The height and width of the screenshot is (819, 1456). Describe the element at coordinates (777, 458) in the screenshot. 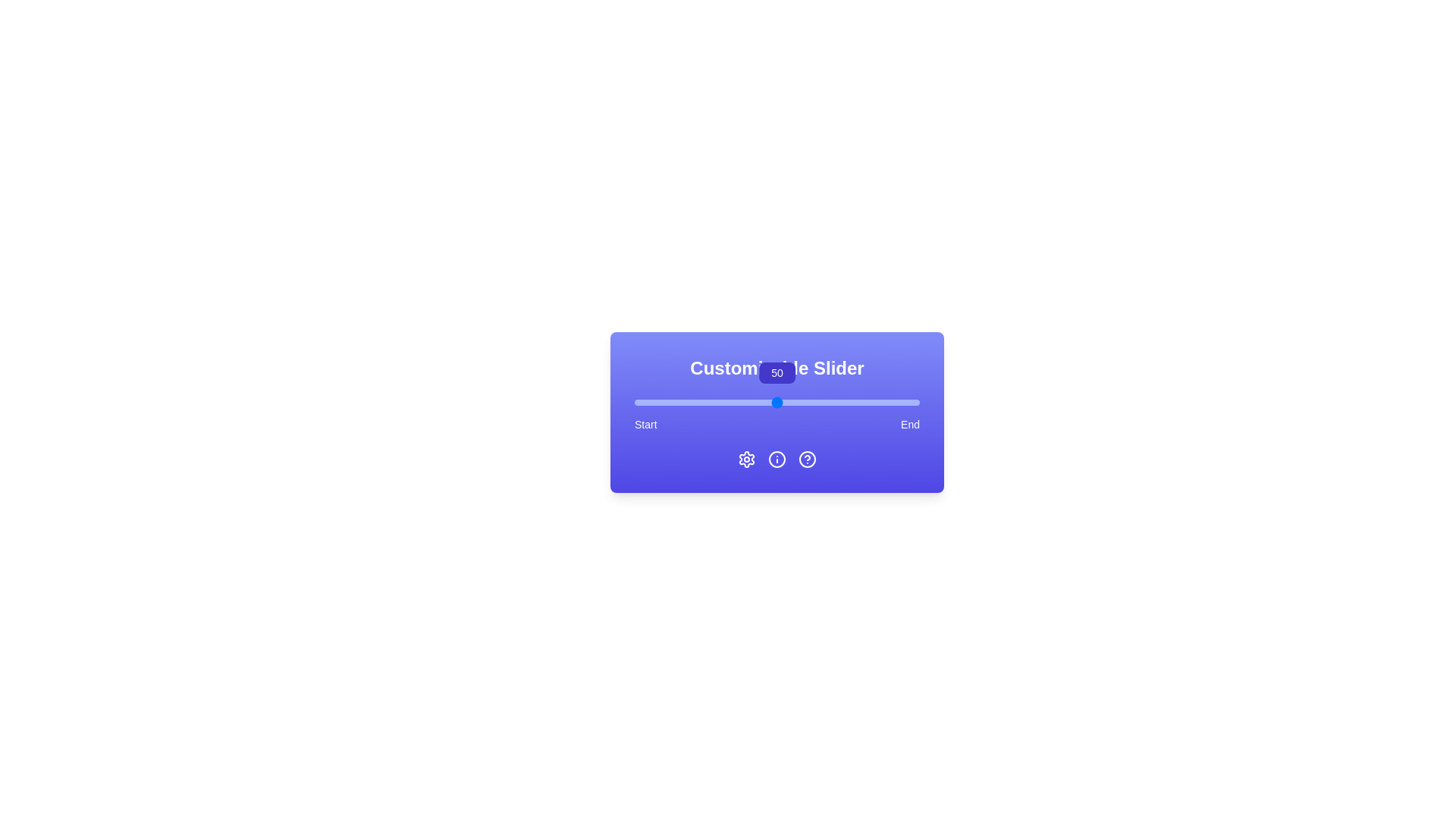

I see `the info icon located at the bottom center of the component` at that location.